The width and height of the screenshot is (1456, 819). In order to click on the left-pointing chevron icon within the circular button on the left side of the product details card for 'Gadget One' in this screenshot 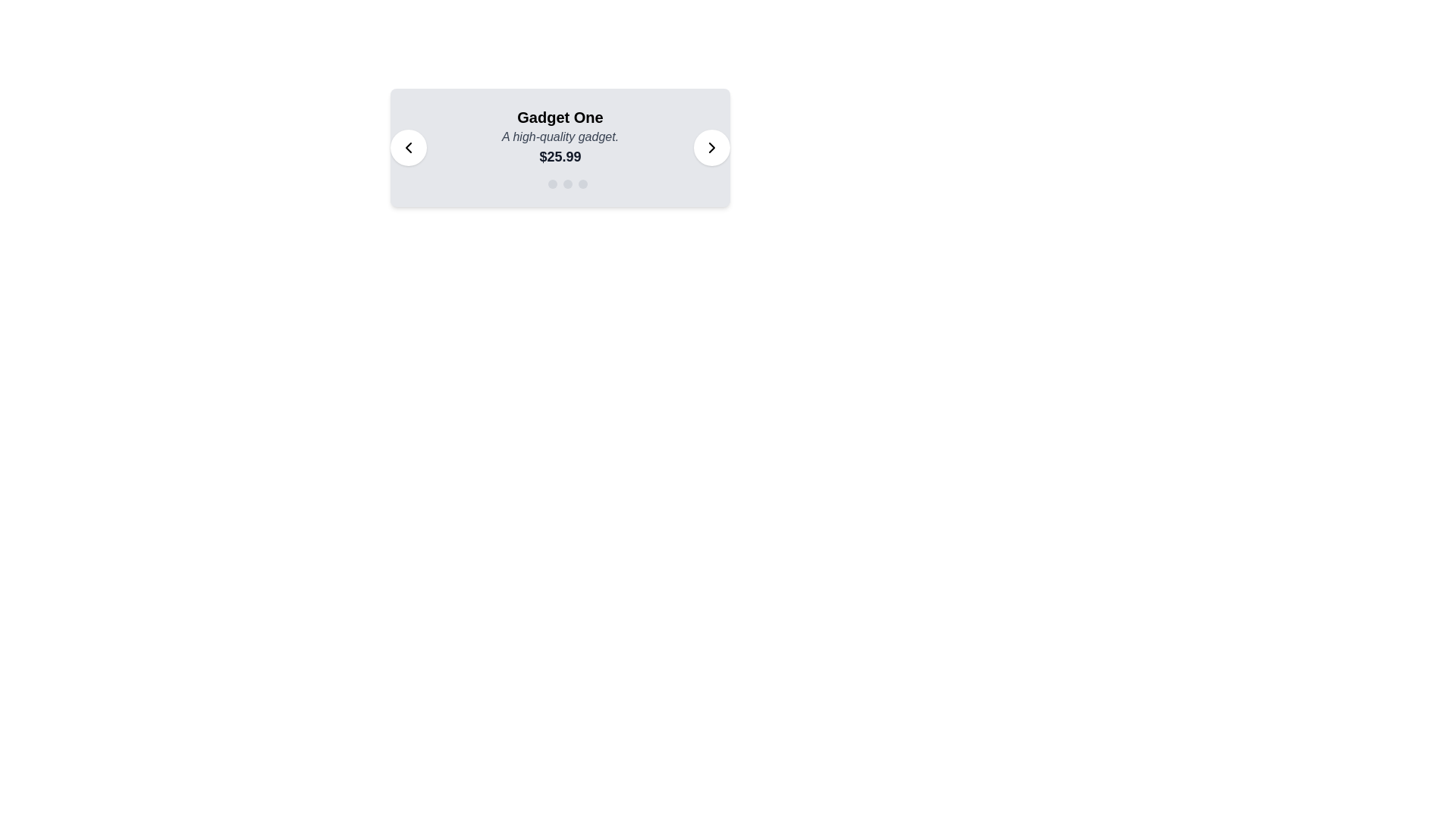, I will do `click(408, 148)`.